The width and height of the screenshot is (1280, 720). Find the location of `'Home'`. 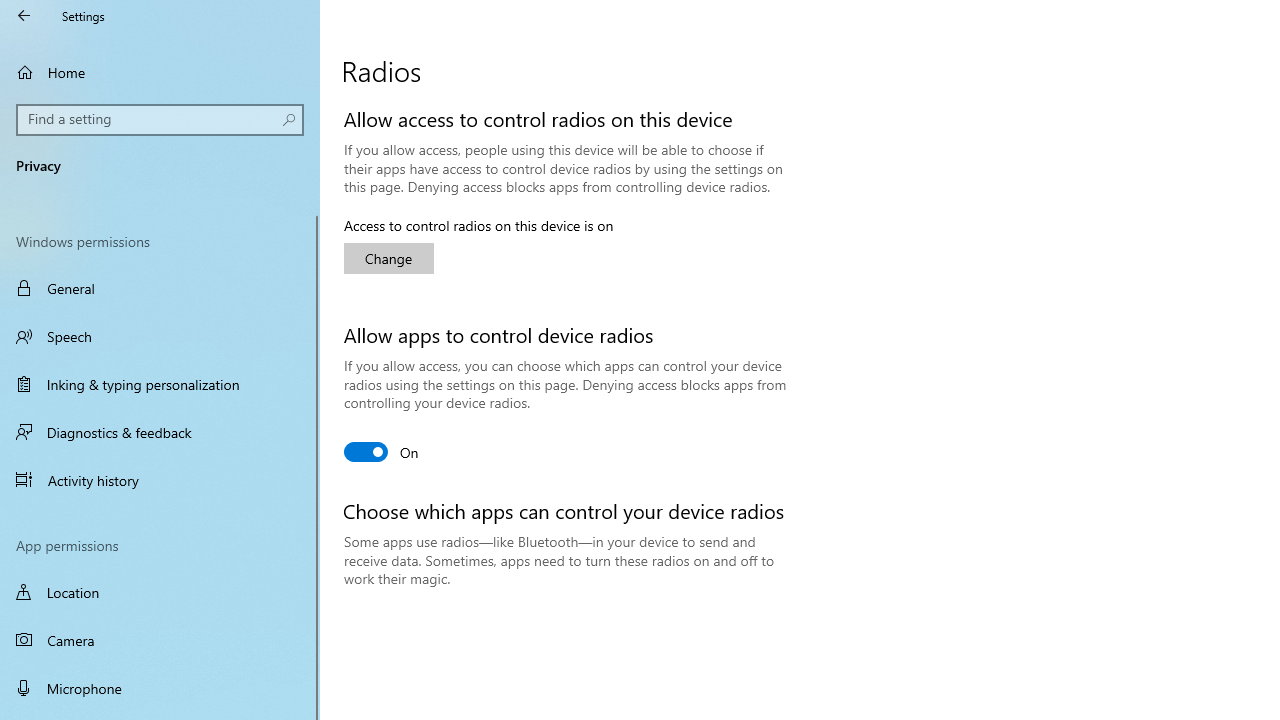

'Home' is located at coordinates (160, 71).